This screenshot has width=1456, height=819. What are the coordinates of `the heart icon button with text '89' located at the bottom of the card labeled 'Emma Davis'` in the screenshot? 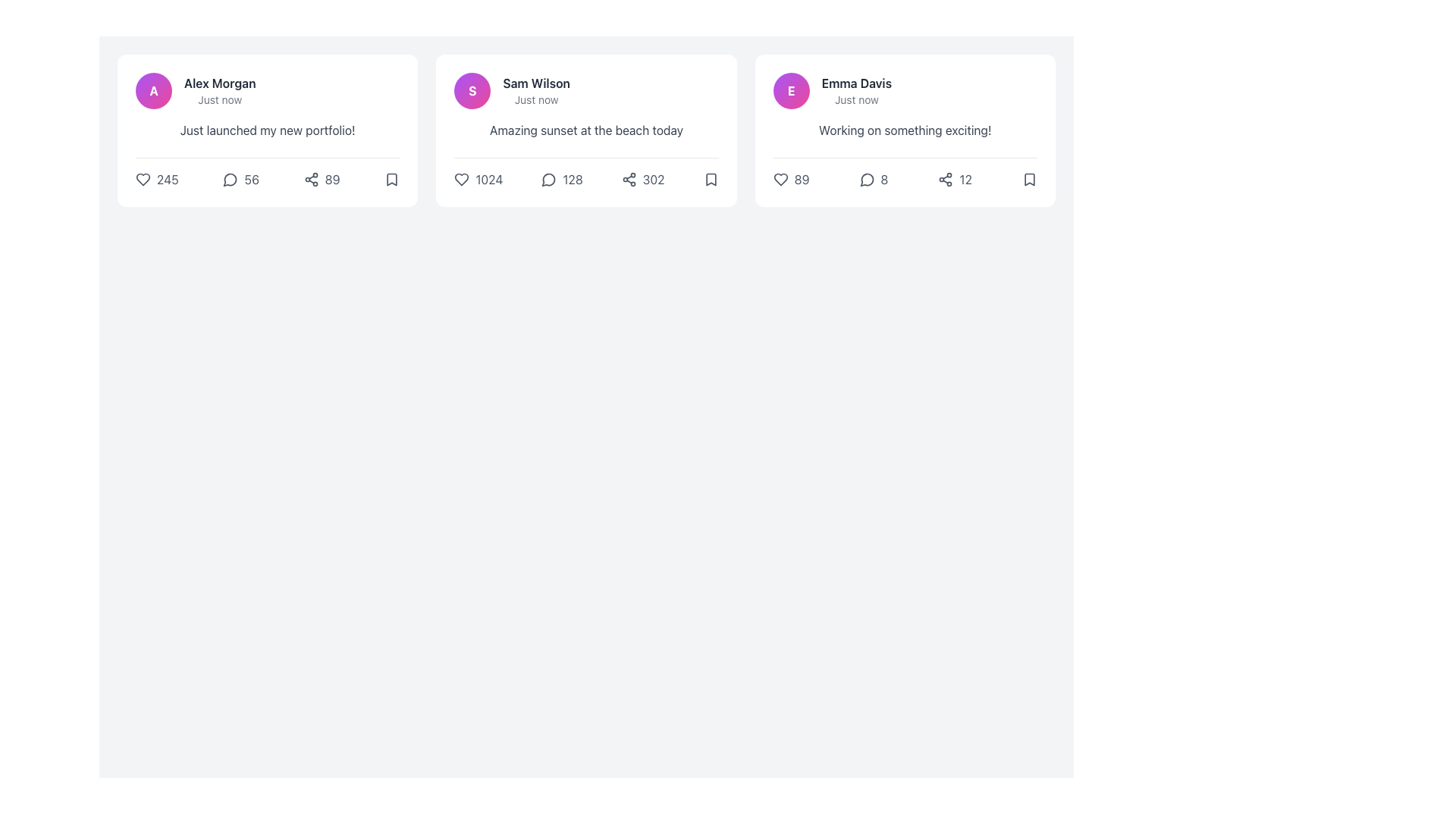 It's located at (790, 178).